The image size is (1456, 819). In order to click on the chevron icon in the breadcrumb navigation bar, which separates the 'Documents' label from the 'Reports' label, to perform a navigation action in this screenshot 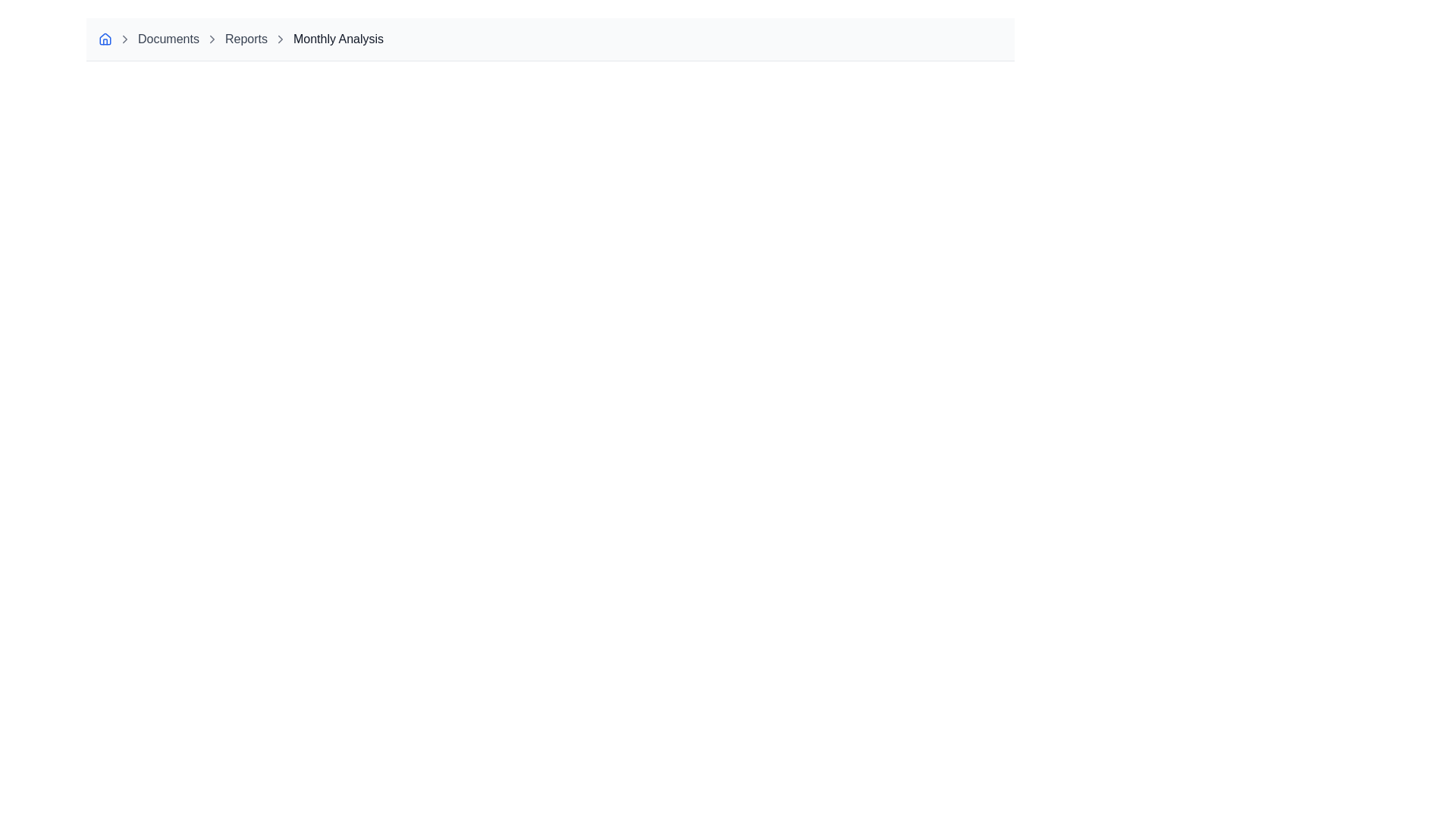, I will do `click(124, 38)`.